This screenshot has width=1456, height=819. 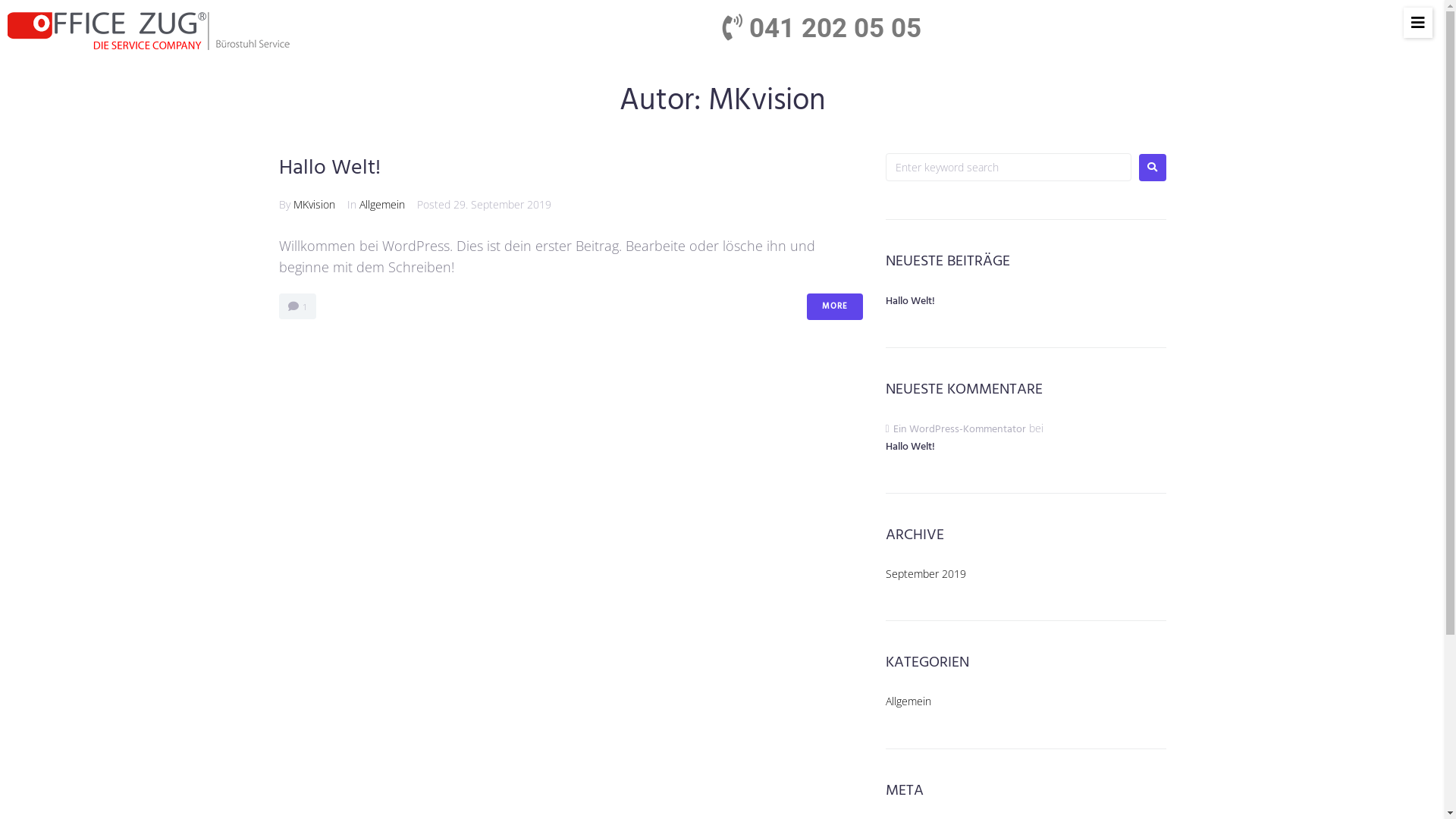 I want to click on 'Hallo Welt!', so click(x=329, y=168).